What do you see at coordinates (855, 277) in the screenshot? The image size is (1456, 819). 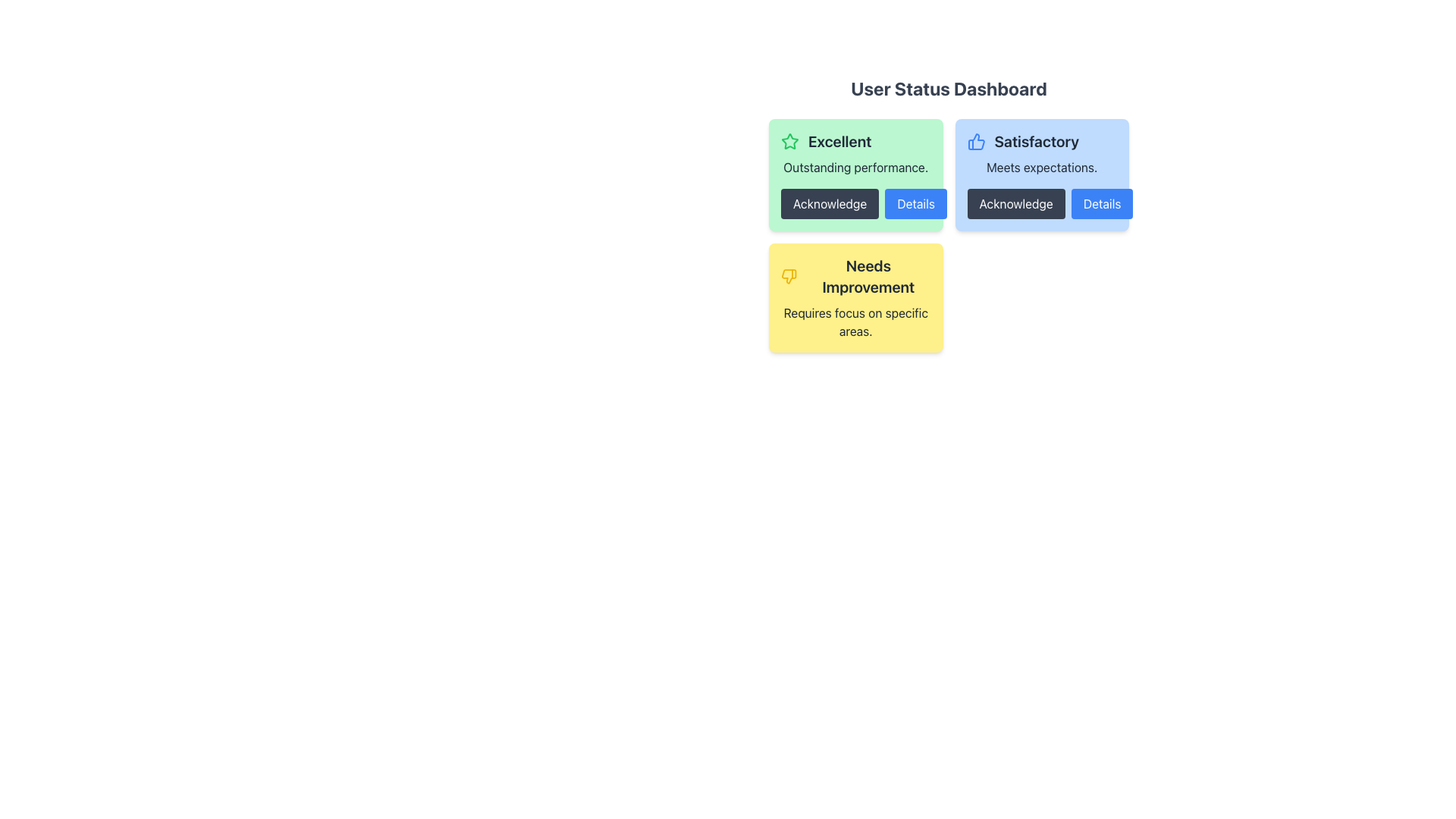 I see `the 'Needs Improvement' text label, which is styled in bold black font on a yellow background and is positioned to the right of a thumbs-down icon` at bounding box center [855, 277].